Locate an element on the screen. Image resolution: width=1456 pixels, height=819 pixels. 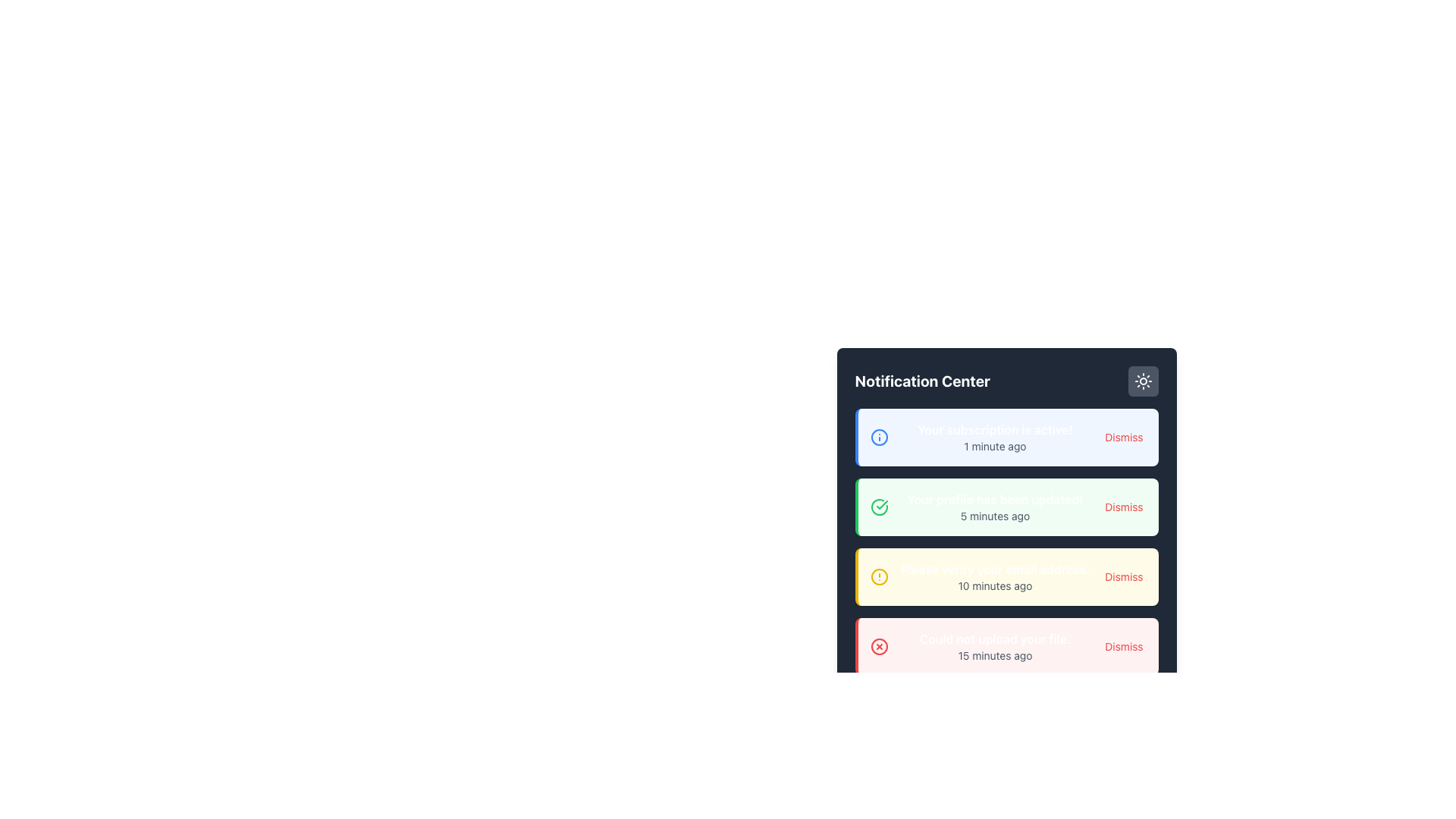
the blue circular icon with a white 'i' symbol in the notification box, located is located at coordinates (879, 438).